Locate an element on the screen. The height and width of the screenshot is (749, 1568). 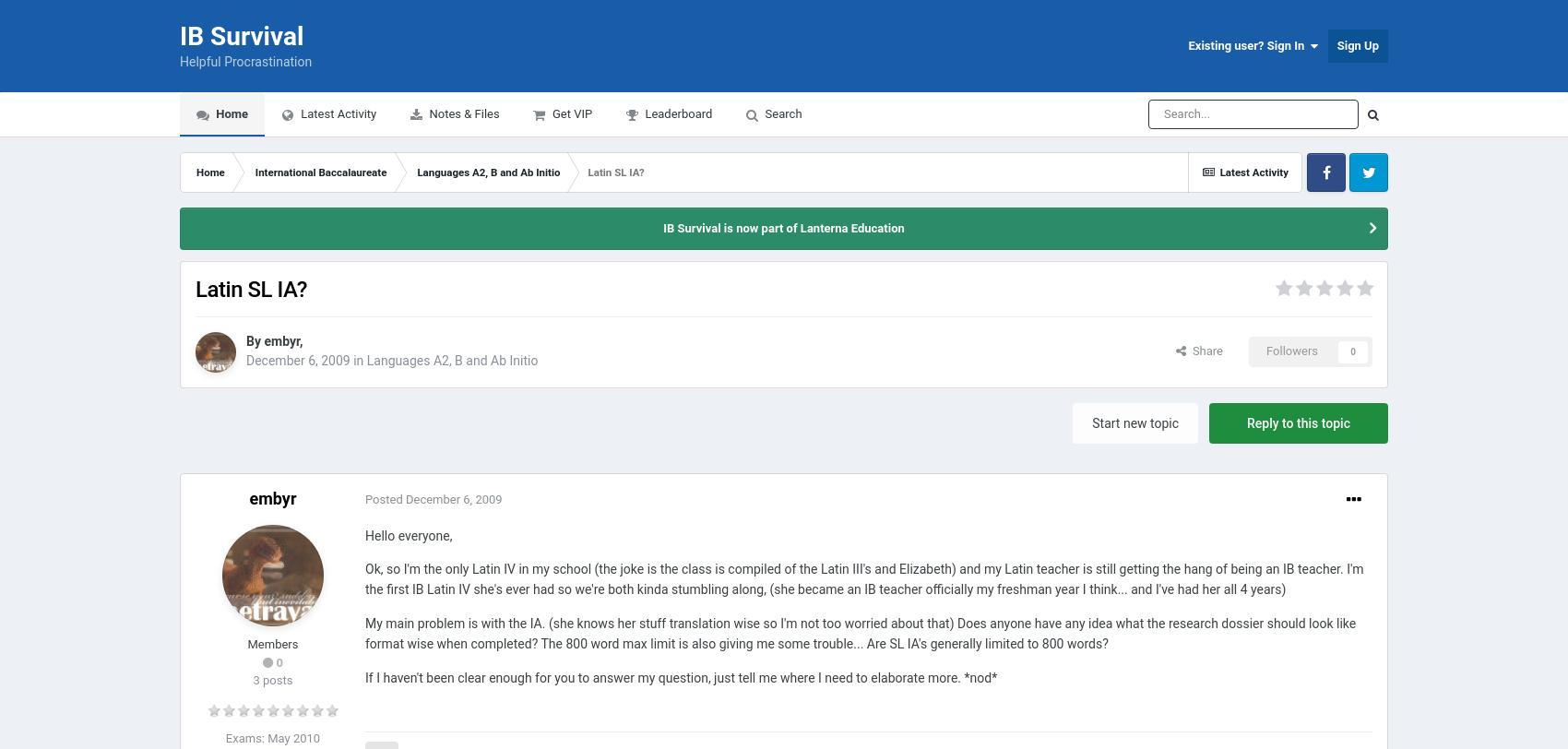
'By' is located at coordinates (255, 339).